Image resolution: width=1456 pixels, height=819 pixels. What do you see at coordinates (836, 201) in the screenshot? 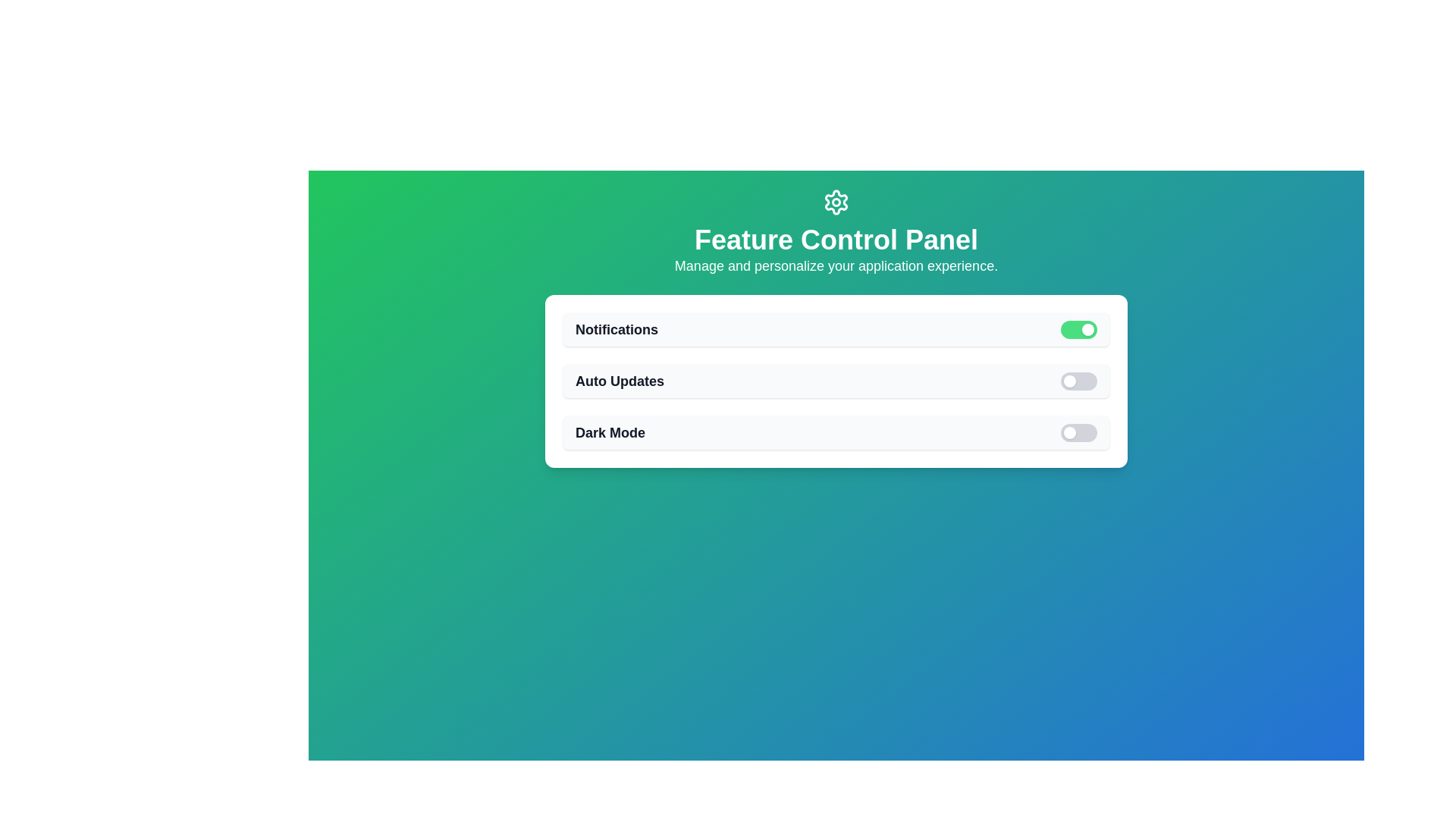
I see `the central circular part of the gear icon, which is a decorative element enhancing the visual appeal of the interface, located at the top center just above the 'Feature Control Panel'` at bounding box center [836, 201].